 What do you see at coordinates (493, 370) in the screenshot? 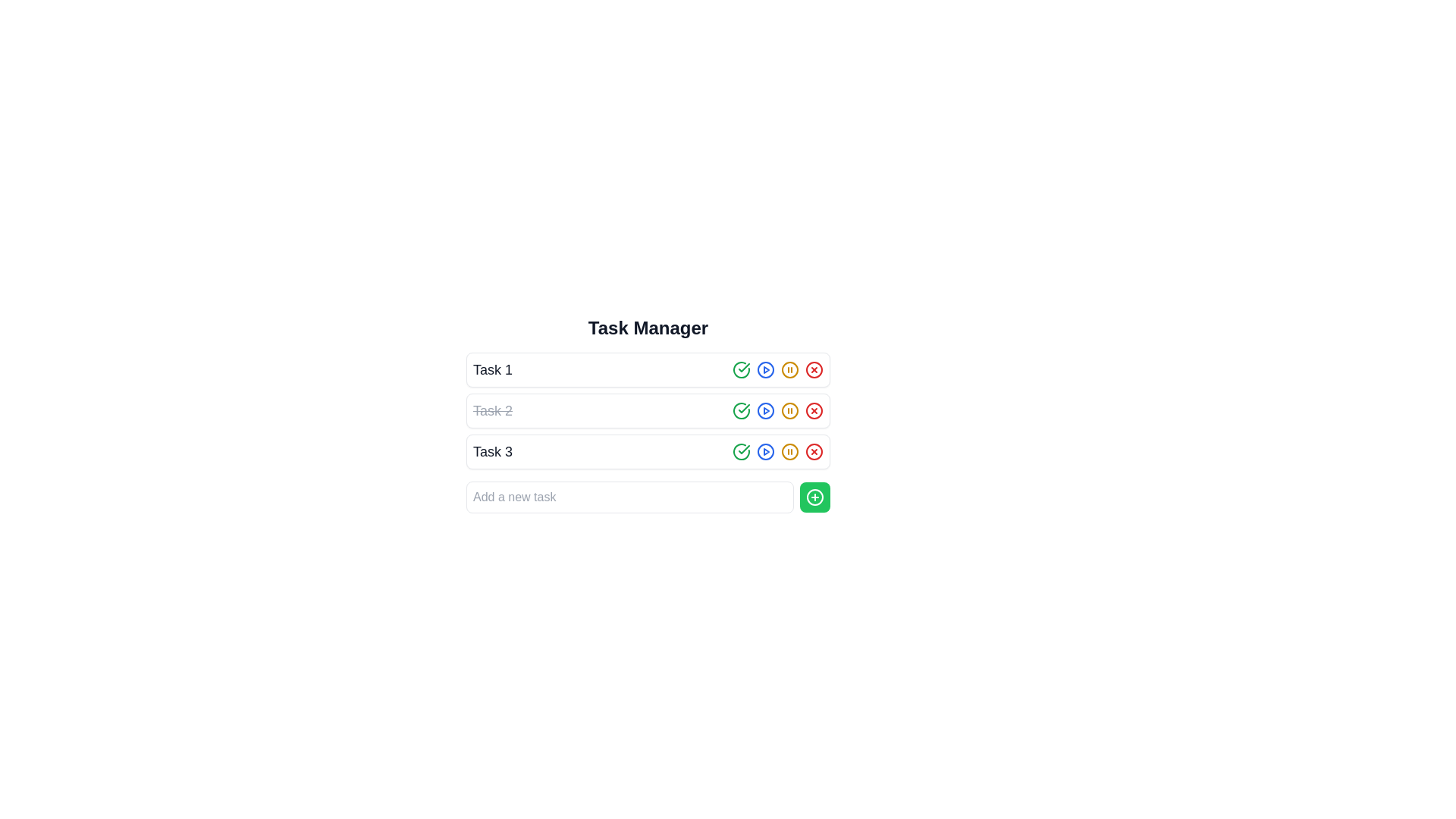
I see `text content of the label positioned within the first task entry, aligned to the left near action buttons` at bounding box center [493, 370].